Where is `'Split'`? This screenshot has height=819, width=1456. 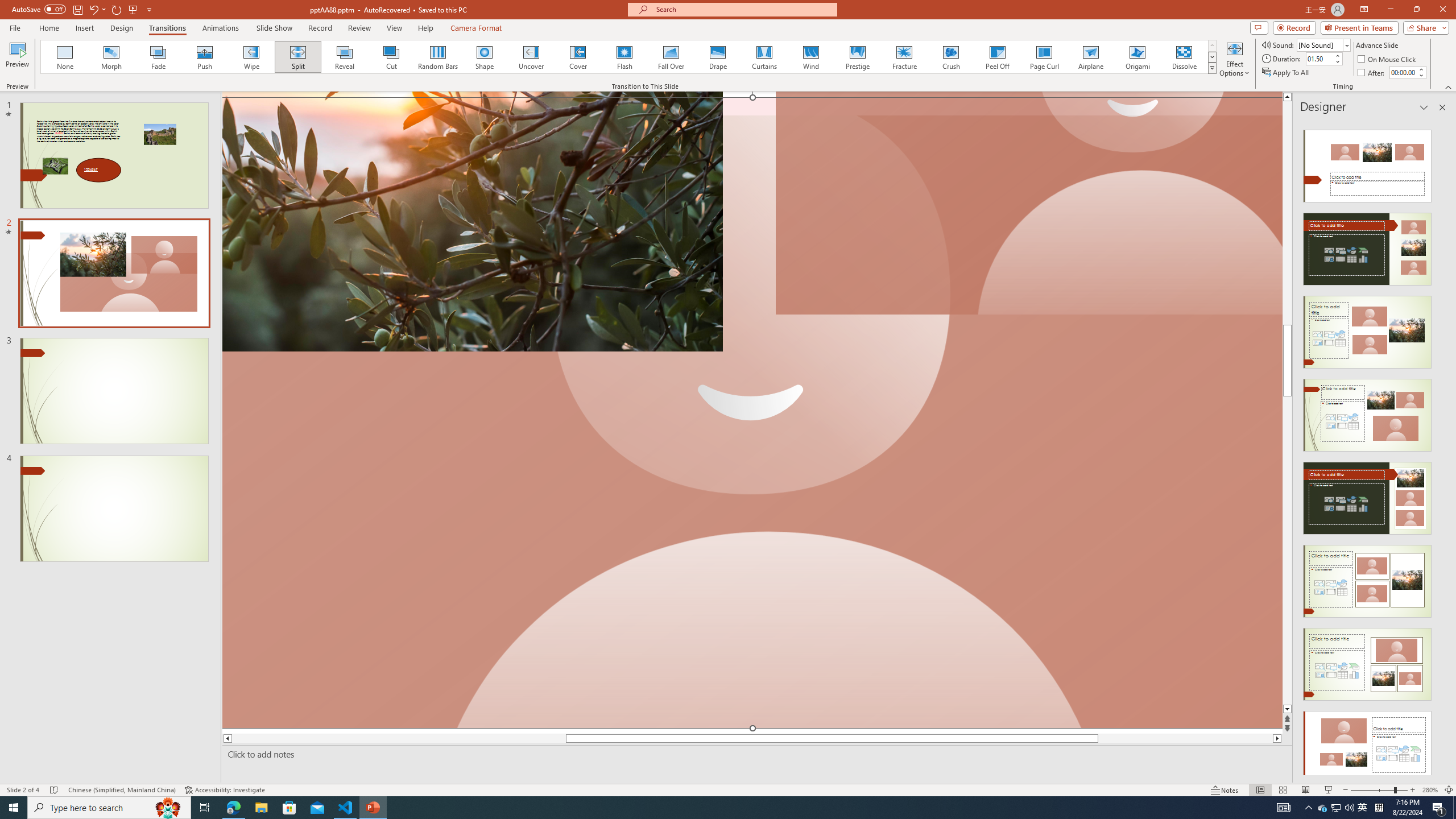 'Split' is located at coordinates (297, 56).